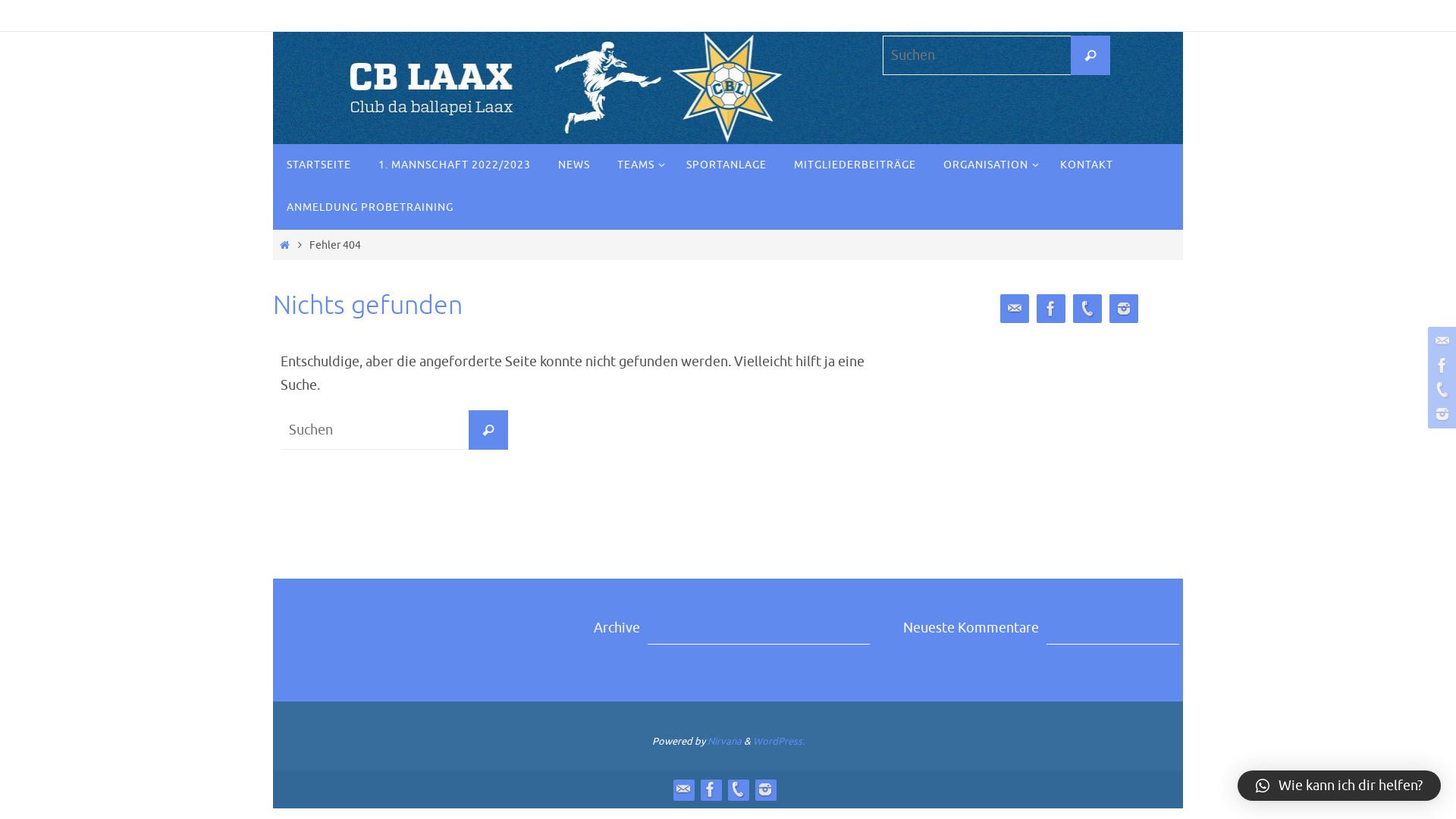  I want to click on 'Wie kann ich dir helfen?', so click(1339, 785).